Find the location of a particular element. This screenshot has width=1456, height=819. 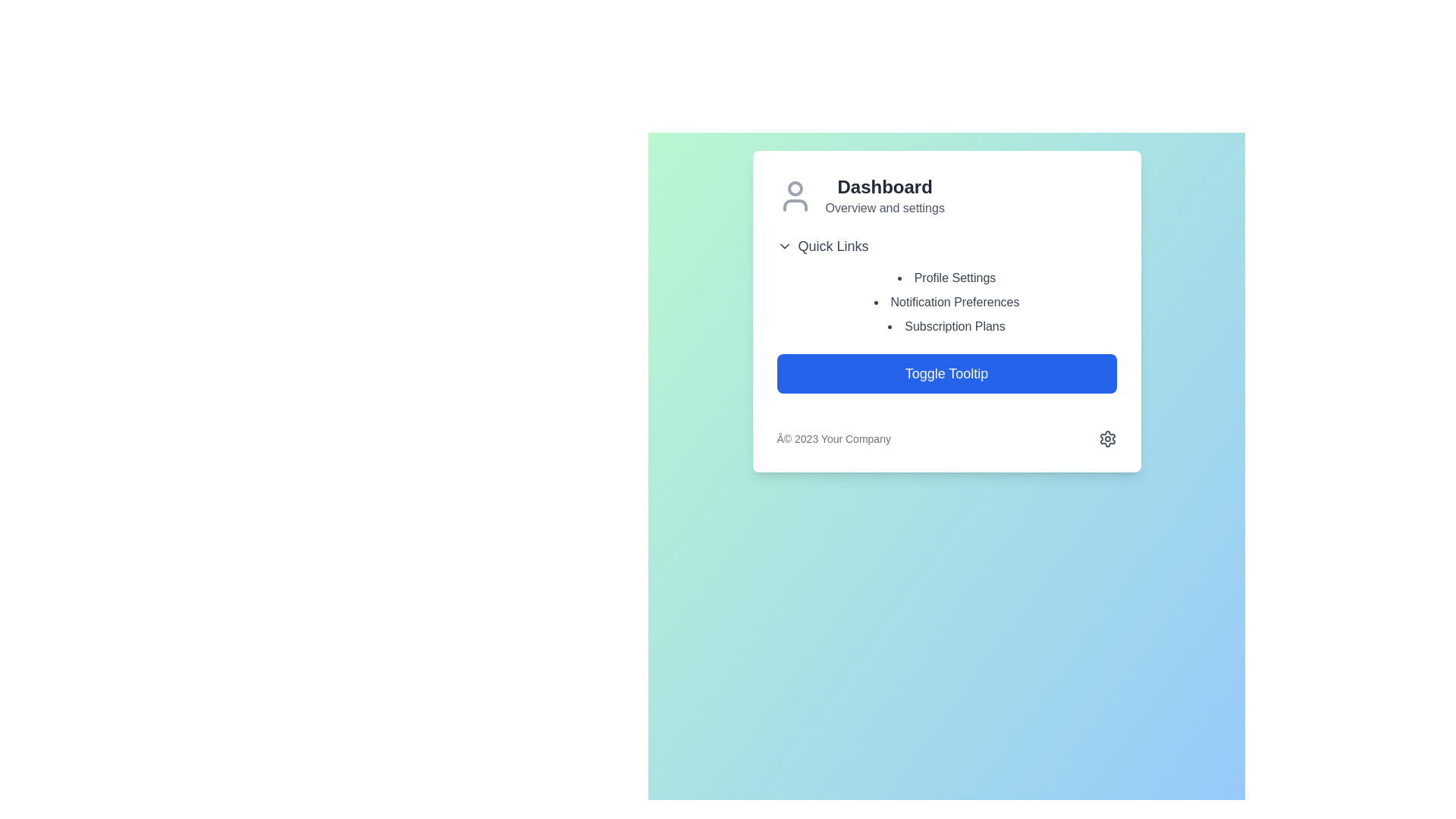

the static Text label (header) indicating the current section, which is located at the top of the panel above 'Overview and settings' is located at coordinates (885, 186).